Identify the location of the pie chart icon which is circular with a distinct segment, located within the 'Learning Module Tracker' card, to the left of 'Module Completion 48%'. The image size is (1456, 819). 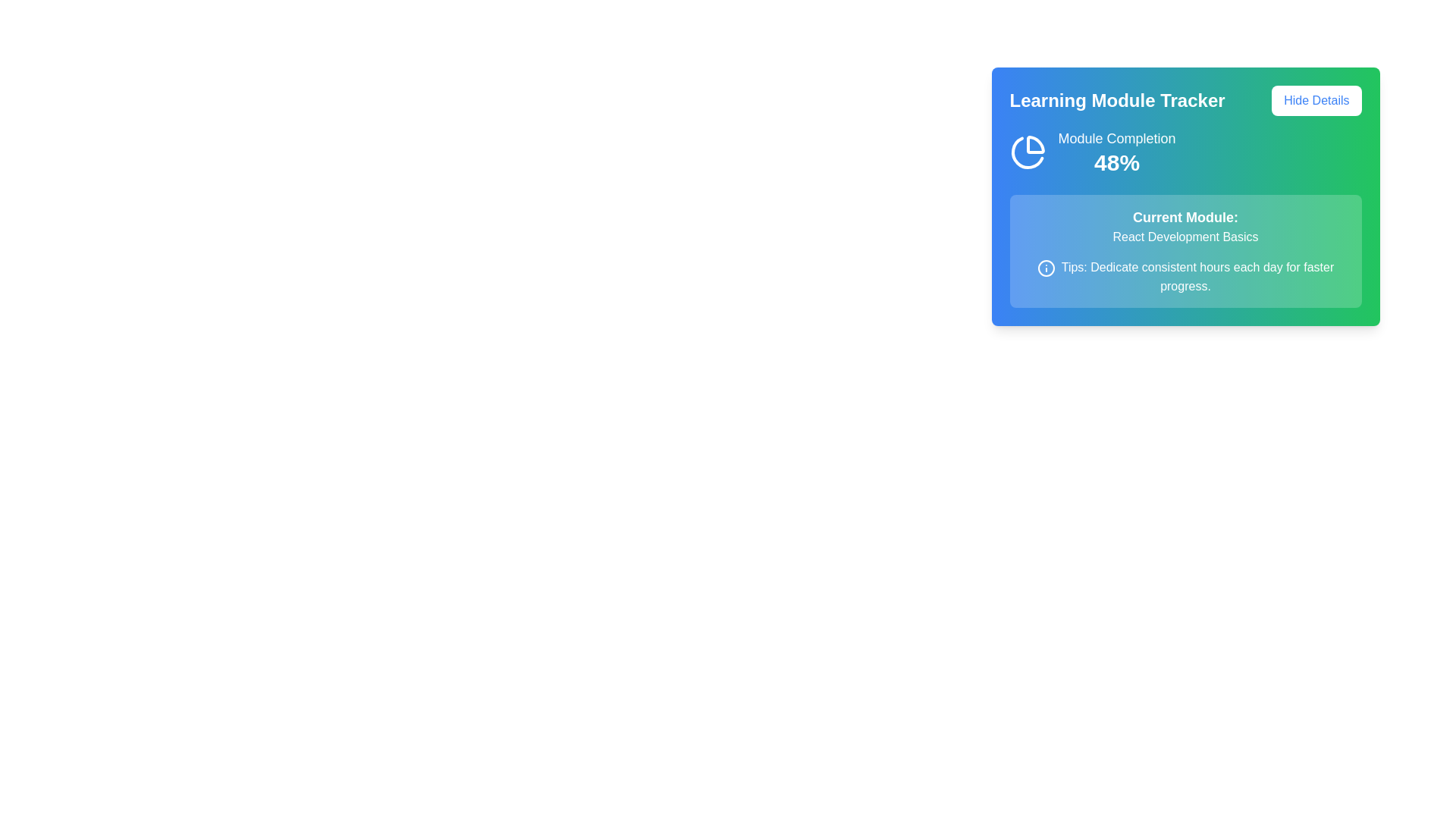
(1028, 152).